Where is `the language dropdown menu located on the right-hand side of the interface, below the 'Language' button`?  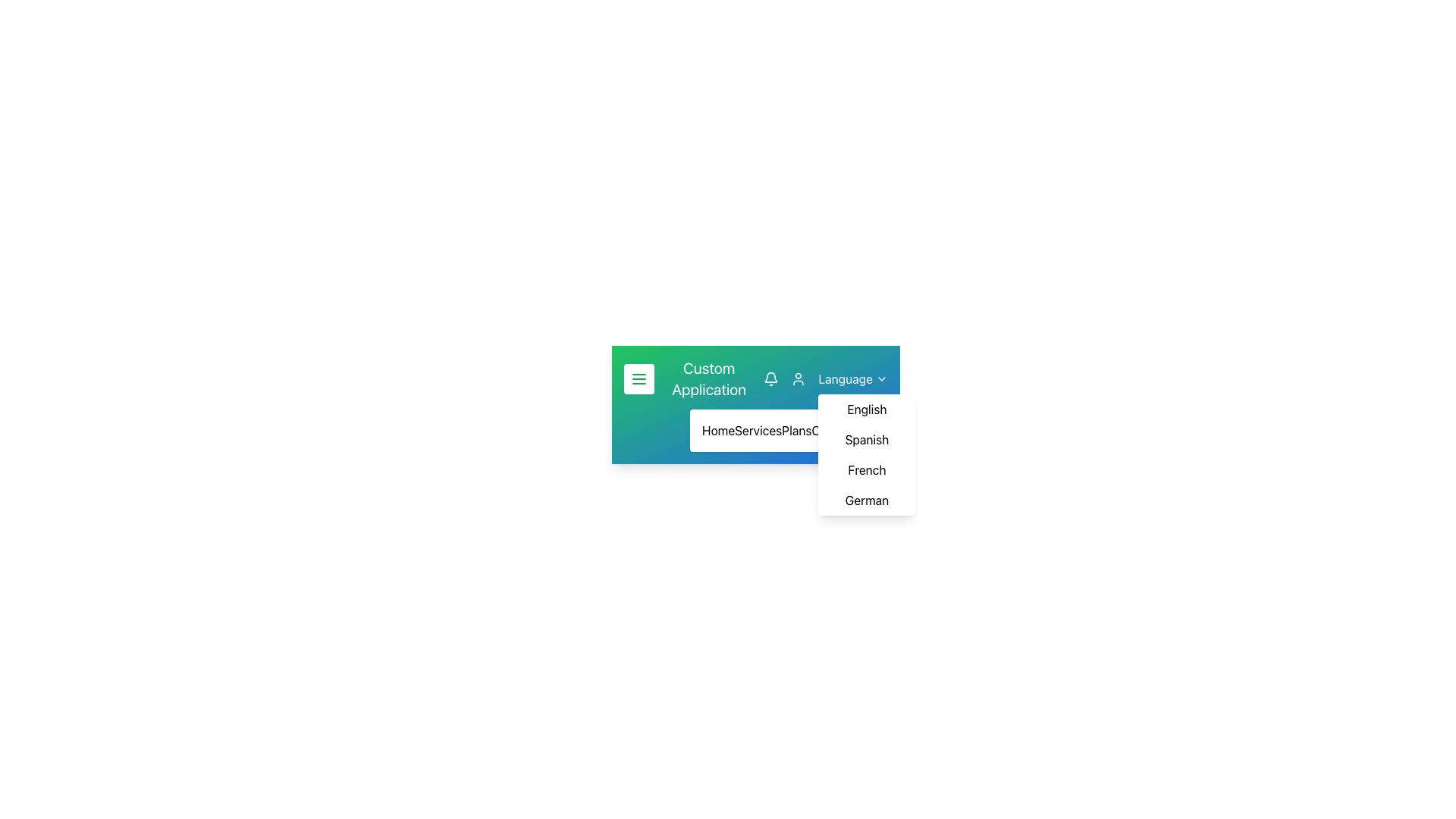 the language dropdown menu located on the right-hand side of the interface, below the 'Language' button is located at coordinates (867, 454).